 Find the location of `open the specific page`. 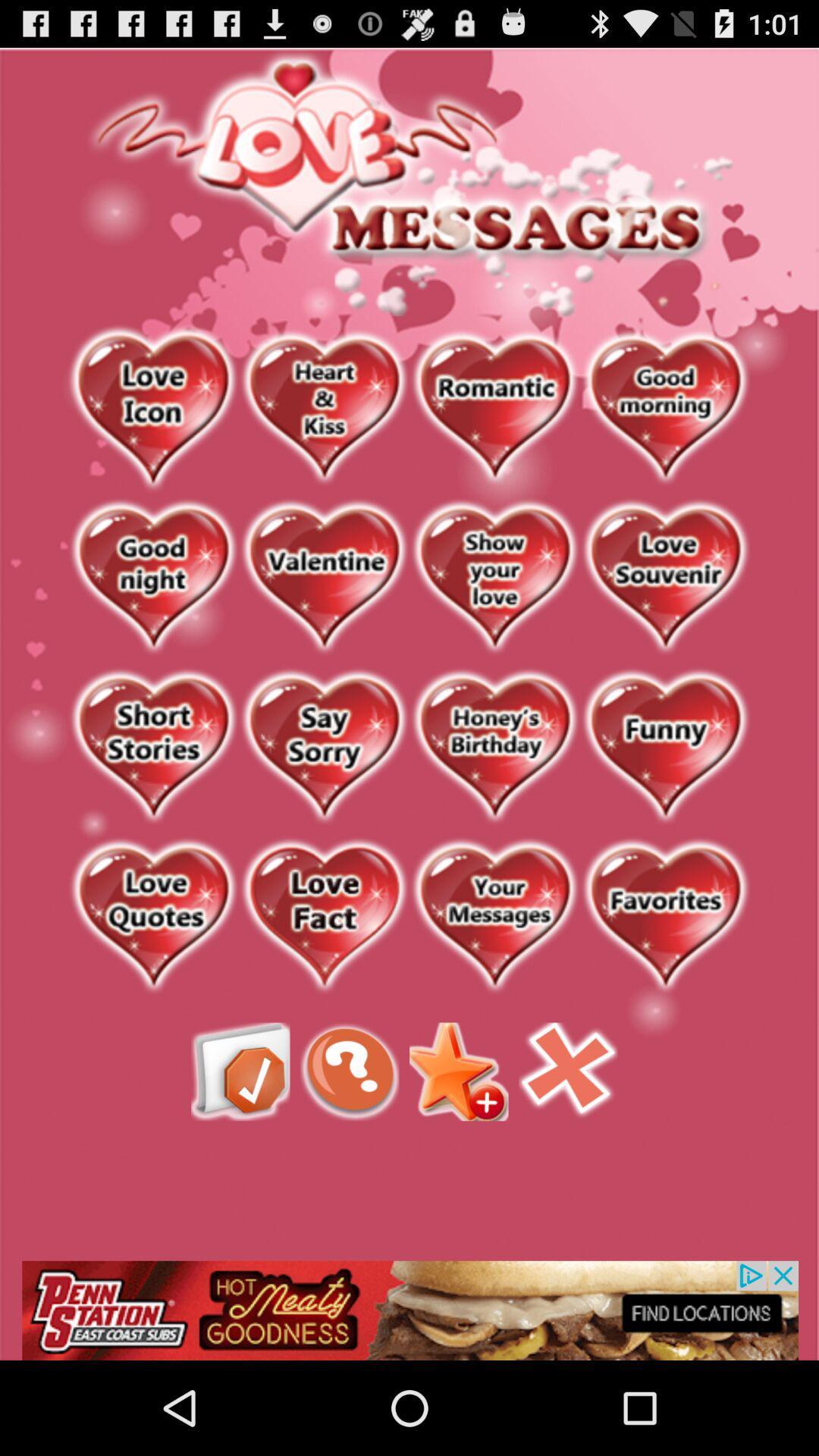

open the specific page is located at coordinates (153, 409).